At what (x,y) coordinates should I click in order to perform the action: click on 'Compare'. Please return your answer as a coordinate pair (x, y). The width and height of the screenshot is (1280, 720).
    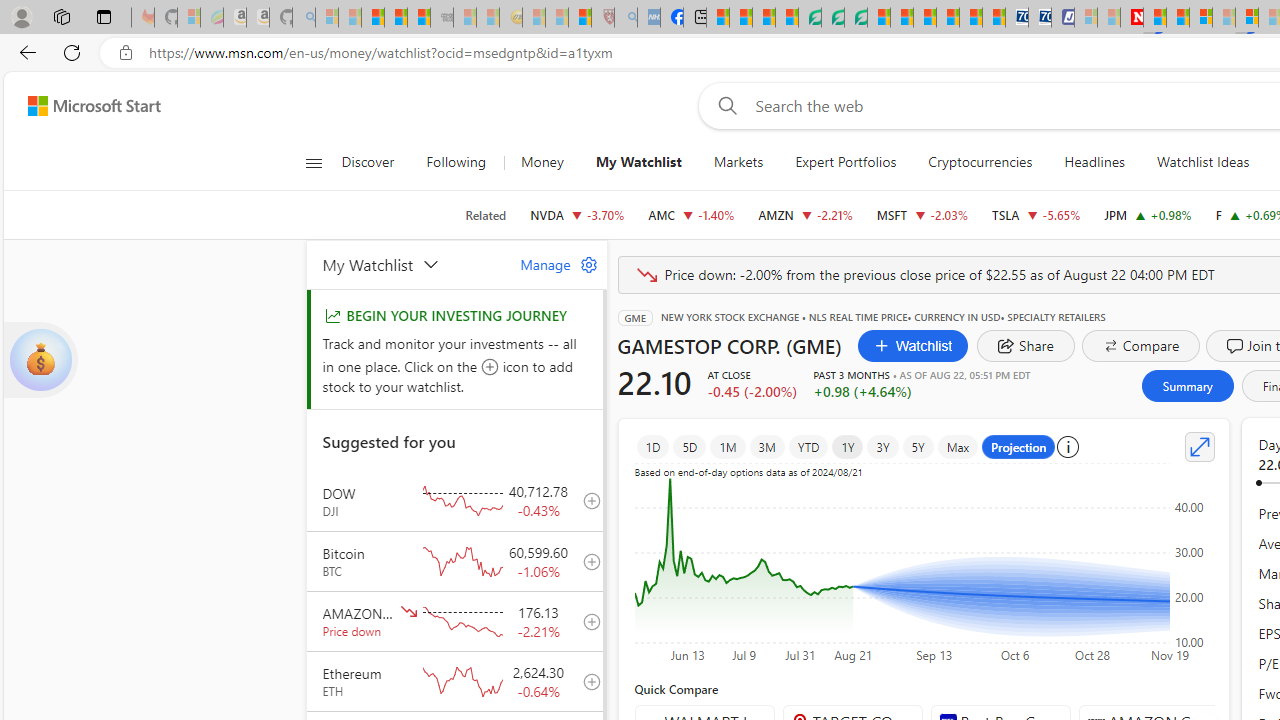
    Looking at the image, I should click on (1141, 344).